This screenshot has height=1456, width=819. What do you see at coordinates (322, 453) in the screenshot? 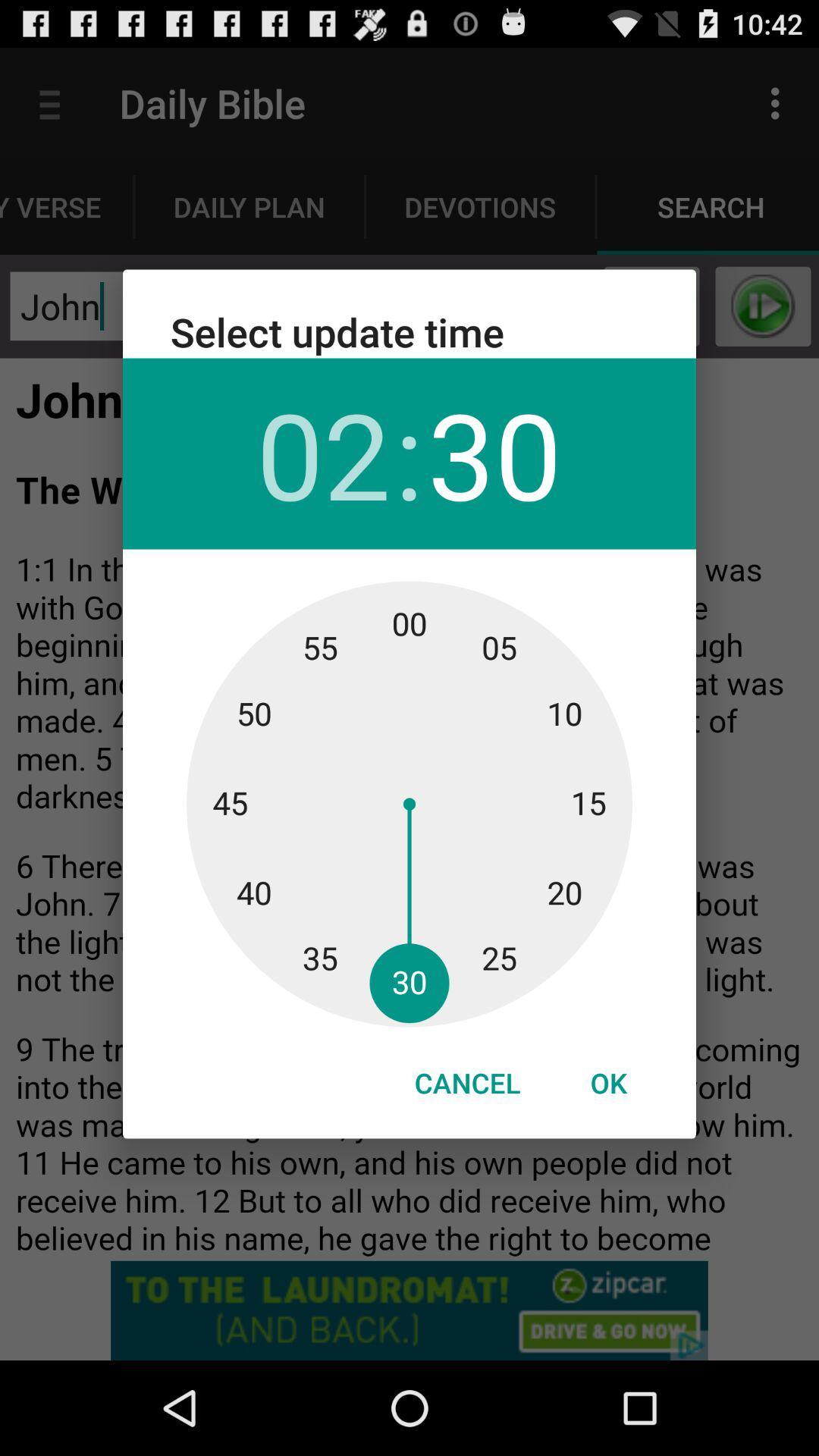
I see `the icon below the select update time icon` at bounding box center [322, 453].